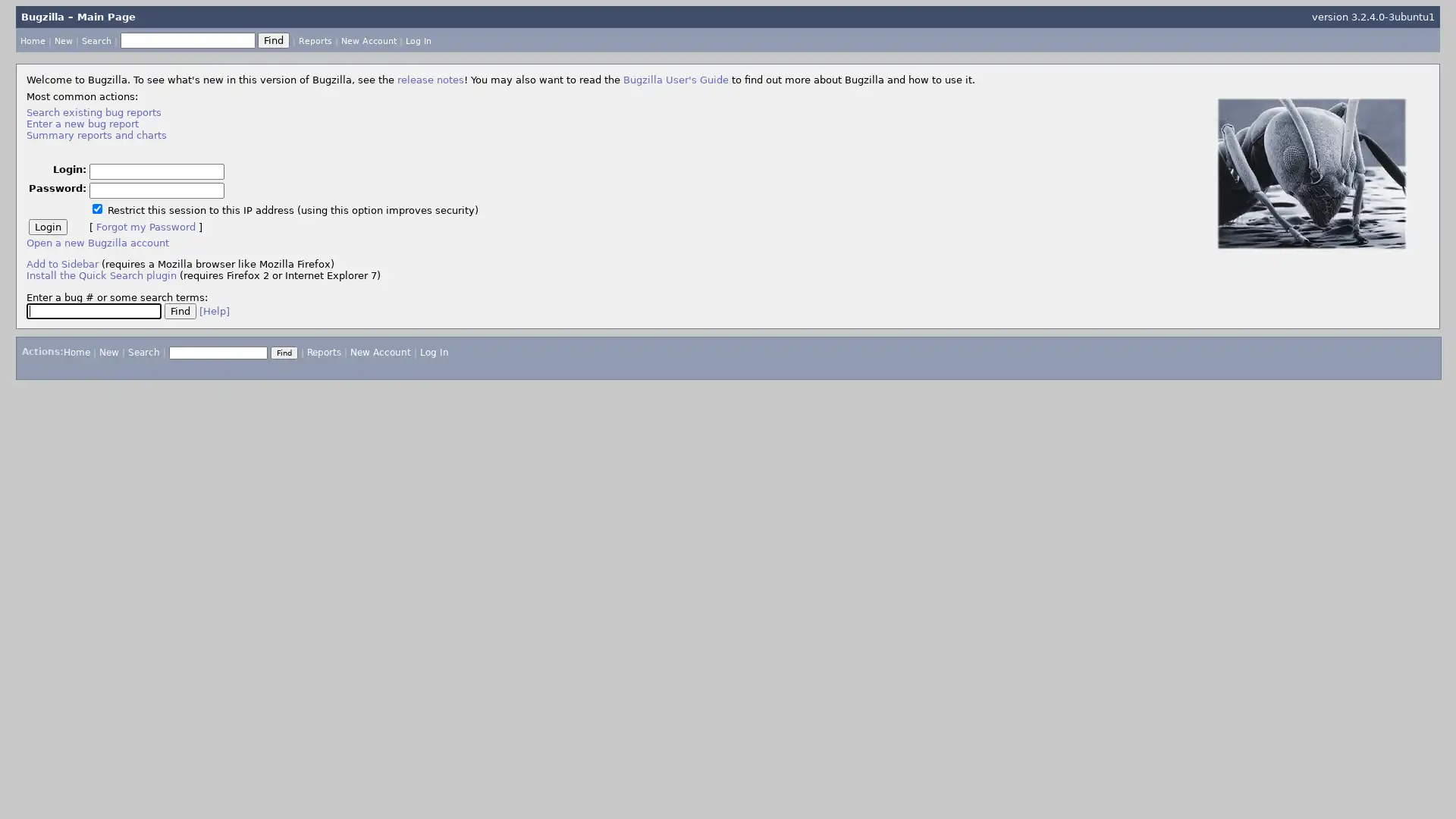  Describe the element at coordinates (179, 309) in the screenshot. I see `Find` at that location.